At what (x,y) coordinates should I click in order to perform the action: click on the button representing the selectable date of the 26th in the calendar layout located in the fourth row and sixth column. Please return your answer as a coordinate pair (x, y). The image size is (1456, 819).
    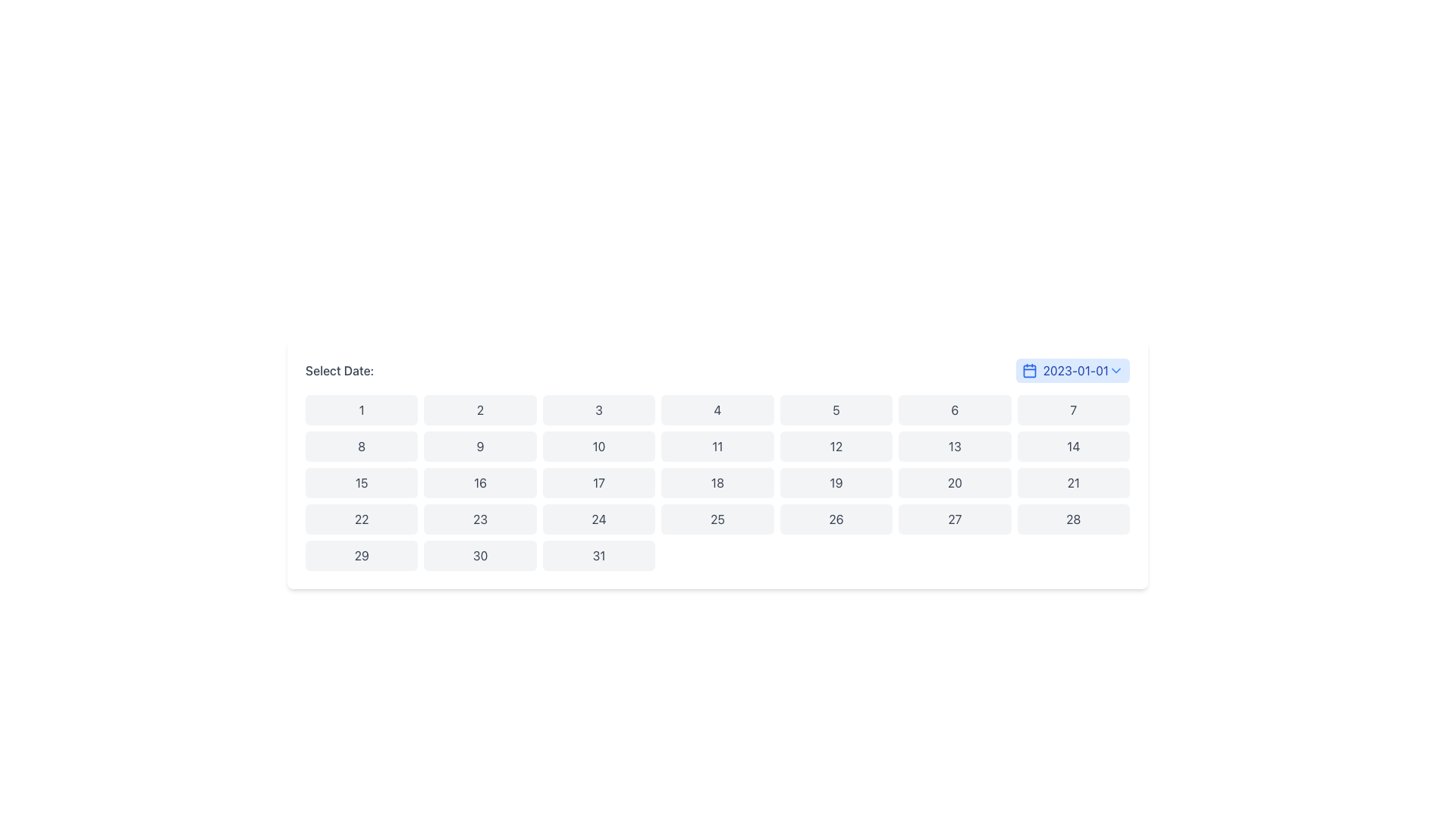
    Looking at the image, I should click on (835, 519).